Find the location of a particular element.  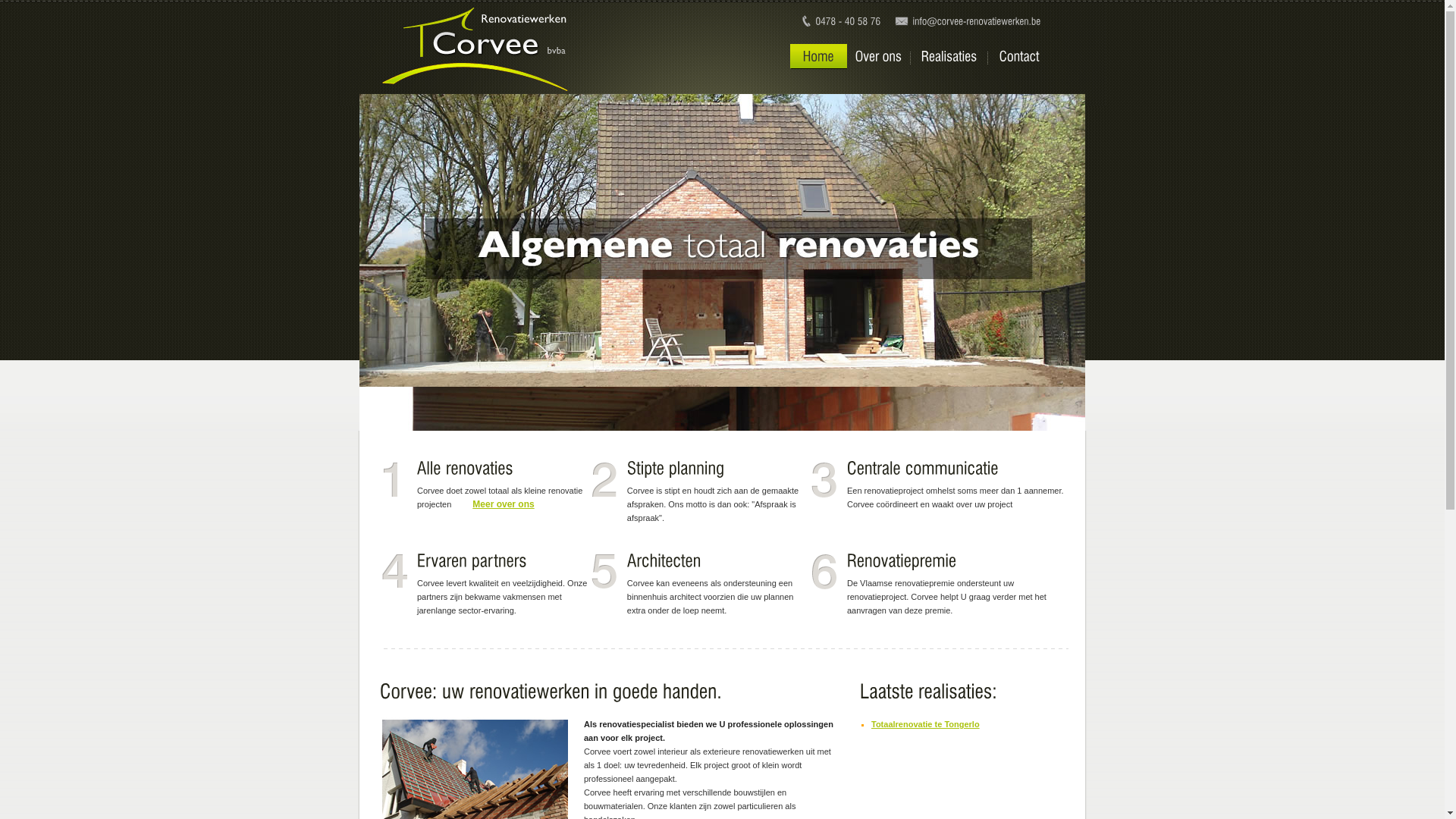

'Totaalrenovatie te Tongerlo' is located at coordinates (924, 723).